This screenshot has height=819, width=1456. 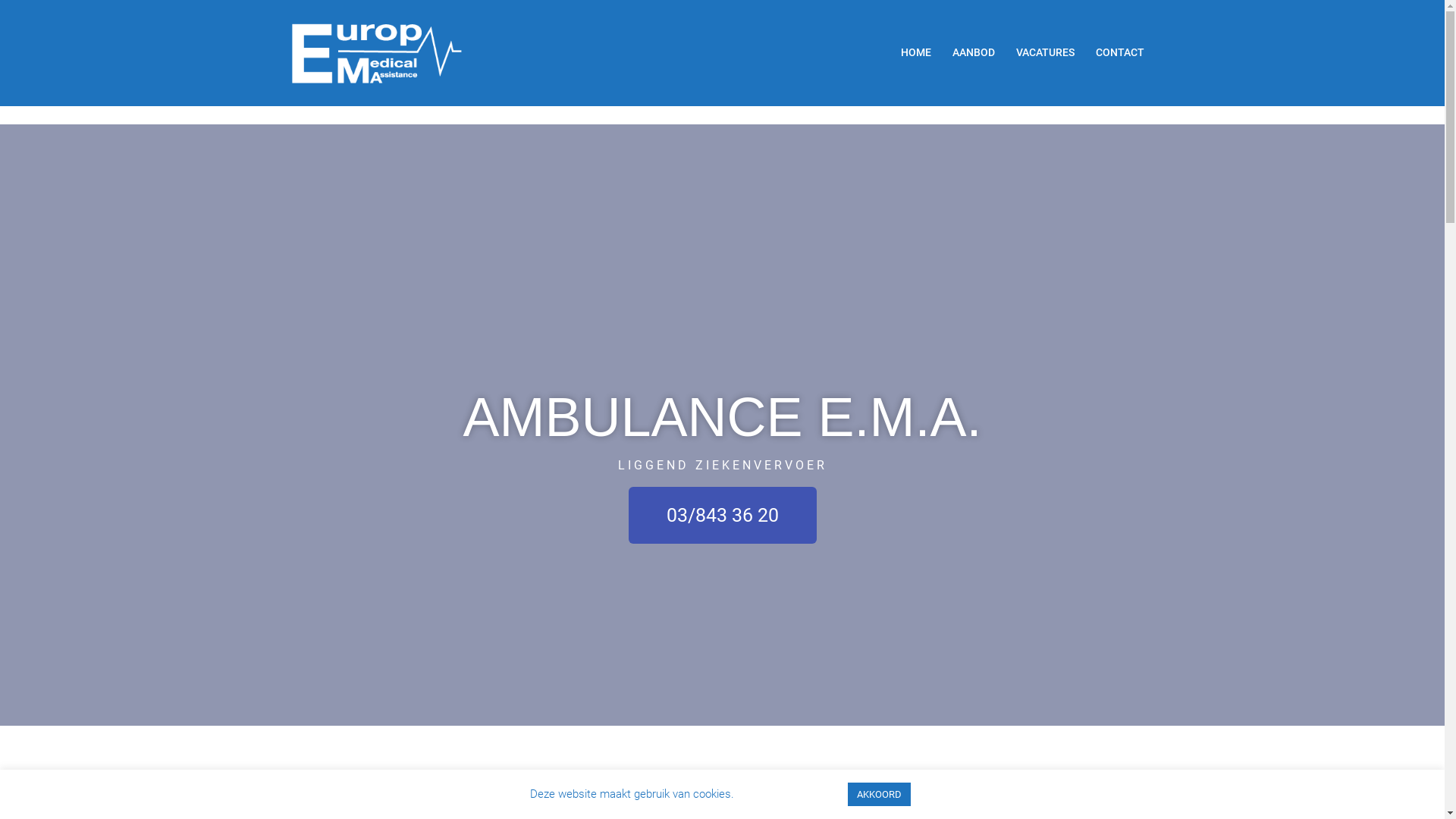 What do you see at coordinates (973, 52) in the screenshot?
I see `'AANBOD'` at bounding box center [973, 52].